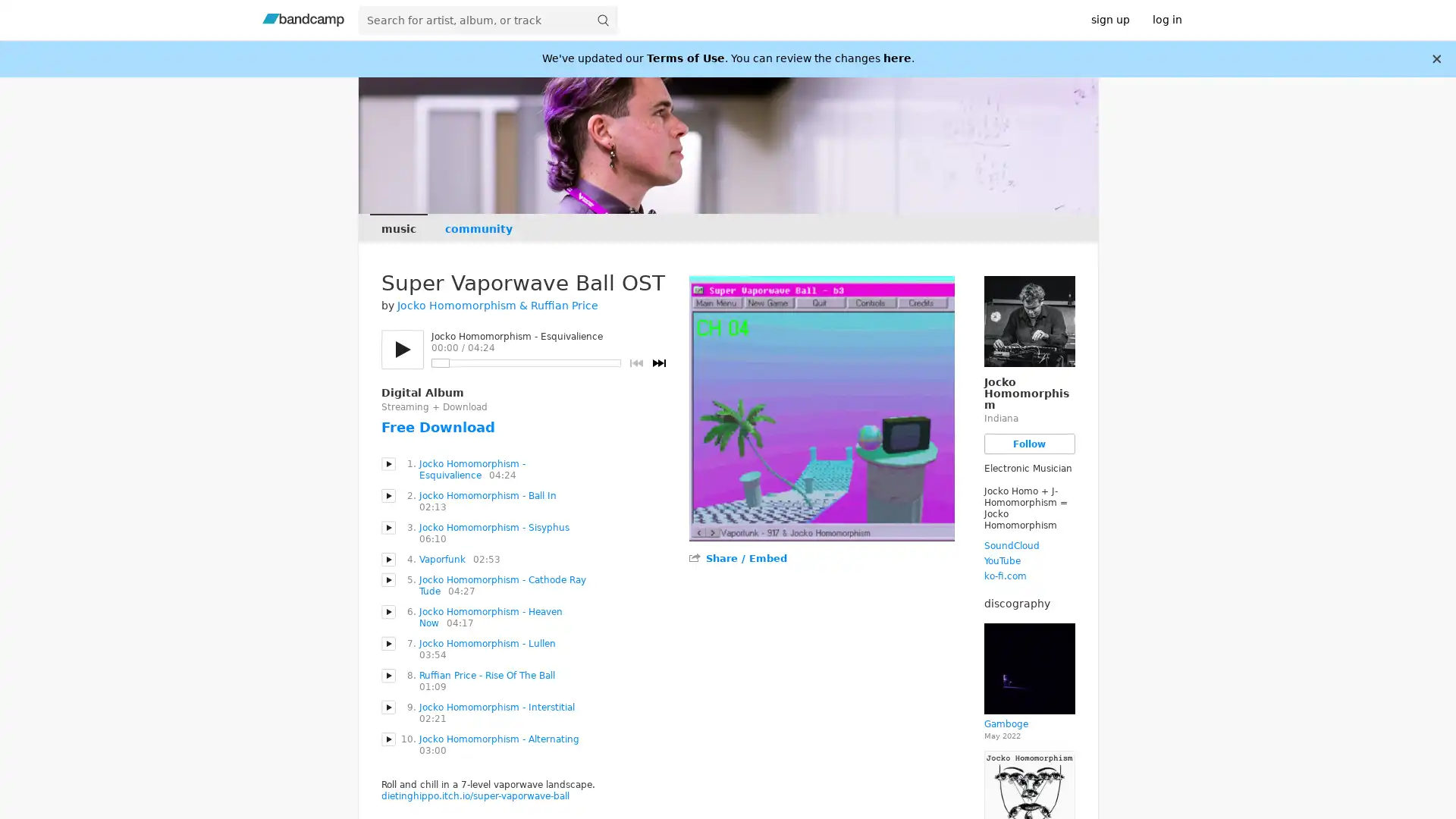  Describe the element at coordinates (602, 20) in the screenshot. I see `submit for full search page` at that location.